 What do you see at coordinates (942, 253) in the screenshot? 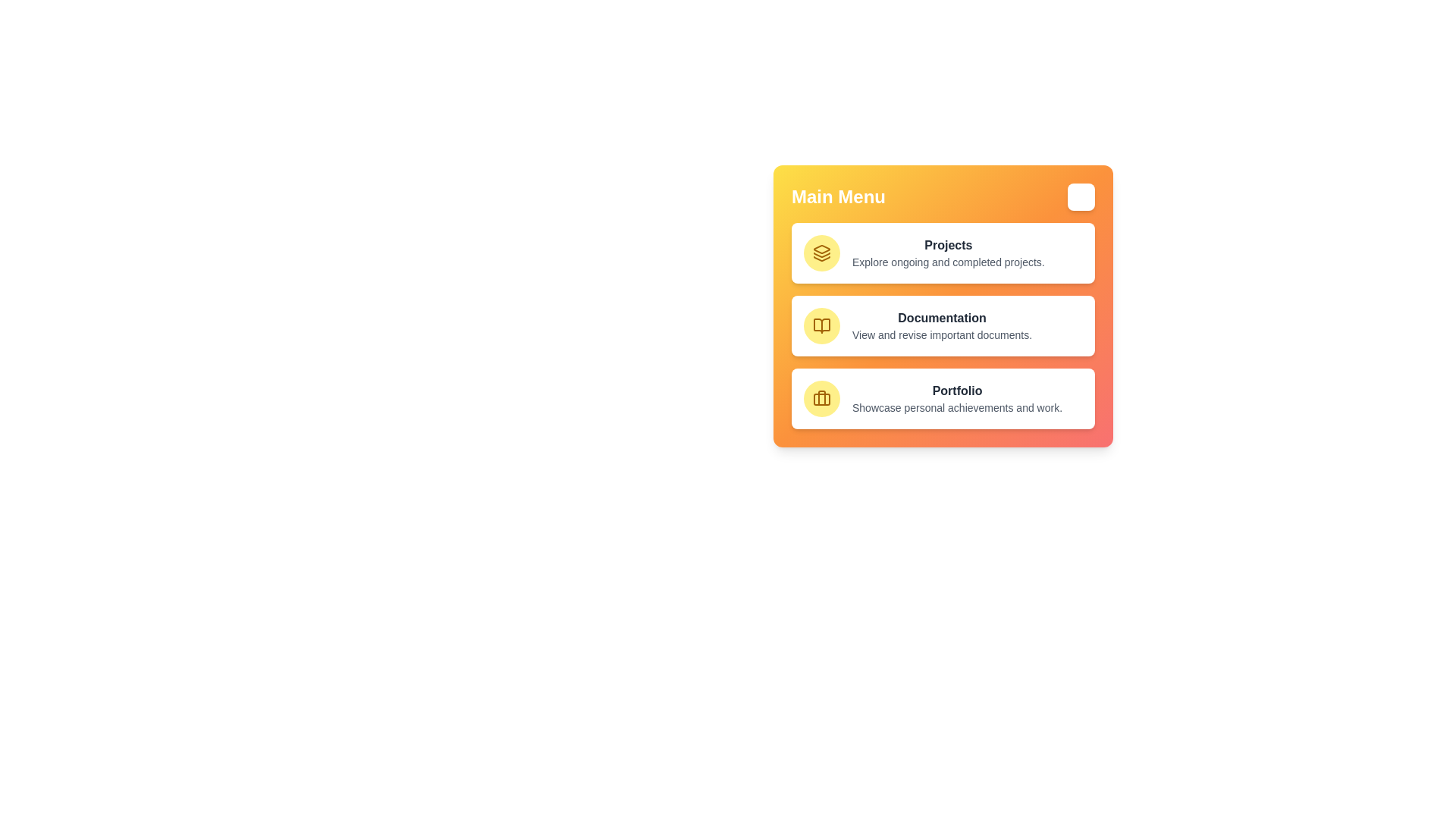
I see `the 'Projects' category to view its details` at bounding box center [942, 253].